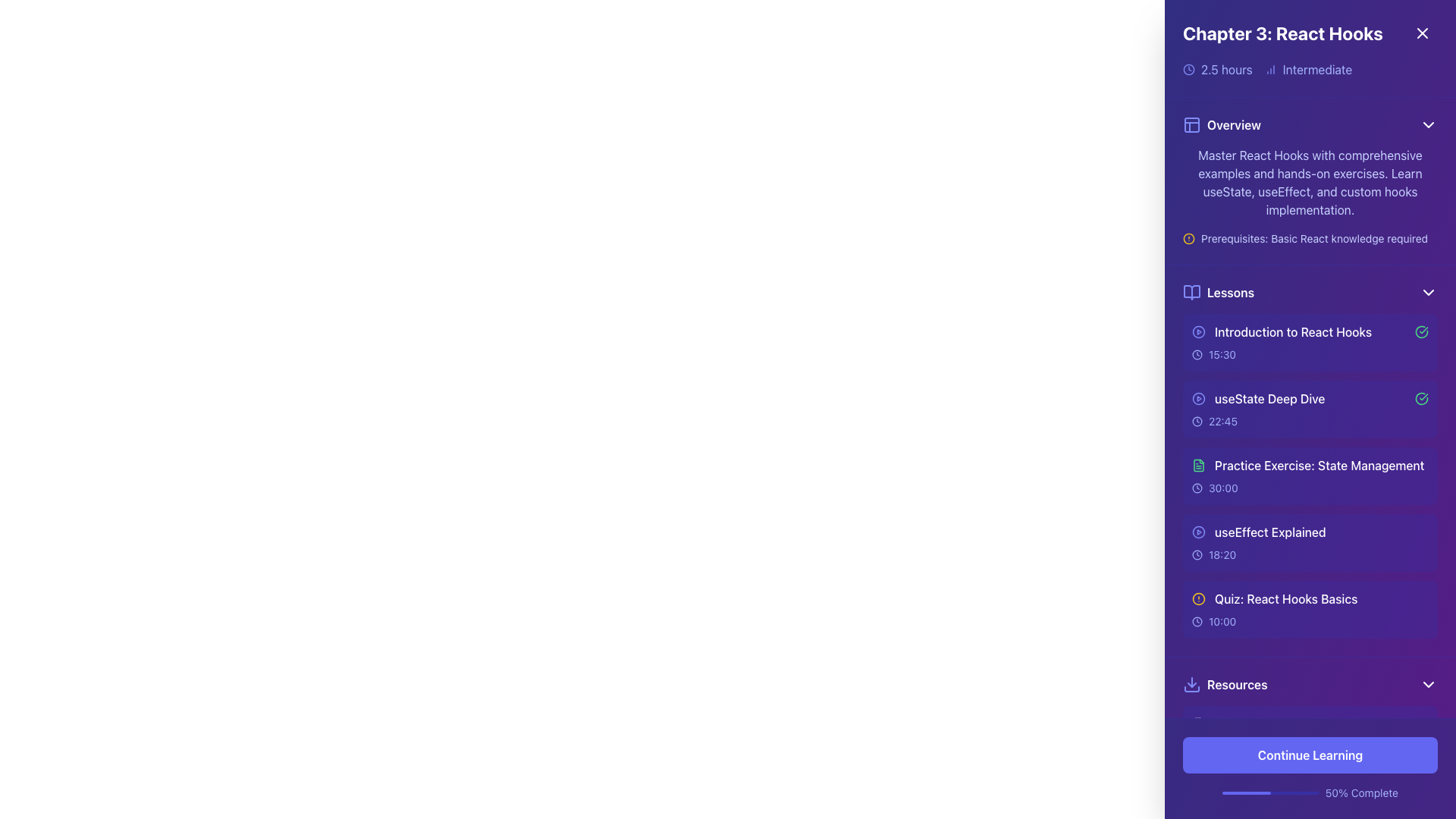 This screenshot has height=819, width=1456. Describe the element at coordinates (1269, 397) in the screenshot. I see `the content of the text label displaying 'useState Deep Dive', which is the second item in the lesson list under the section labeled 'Lessons'` at that location.